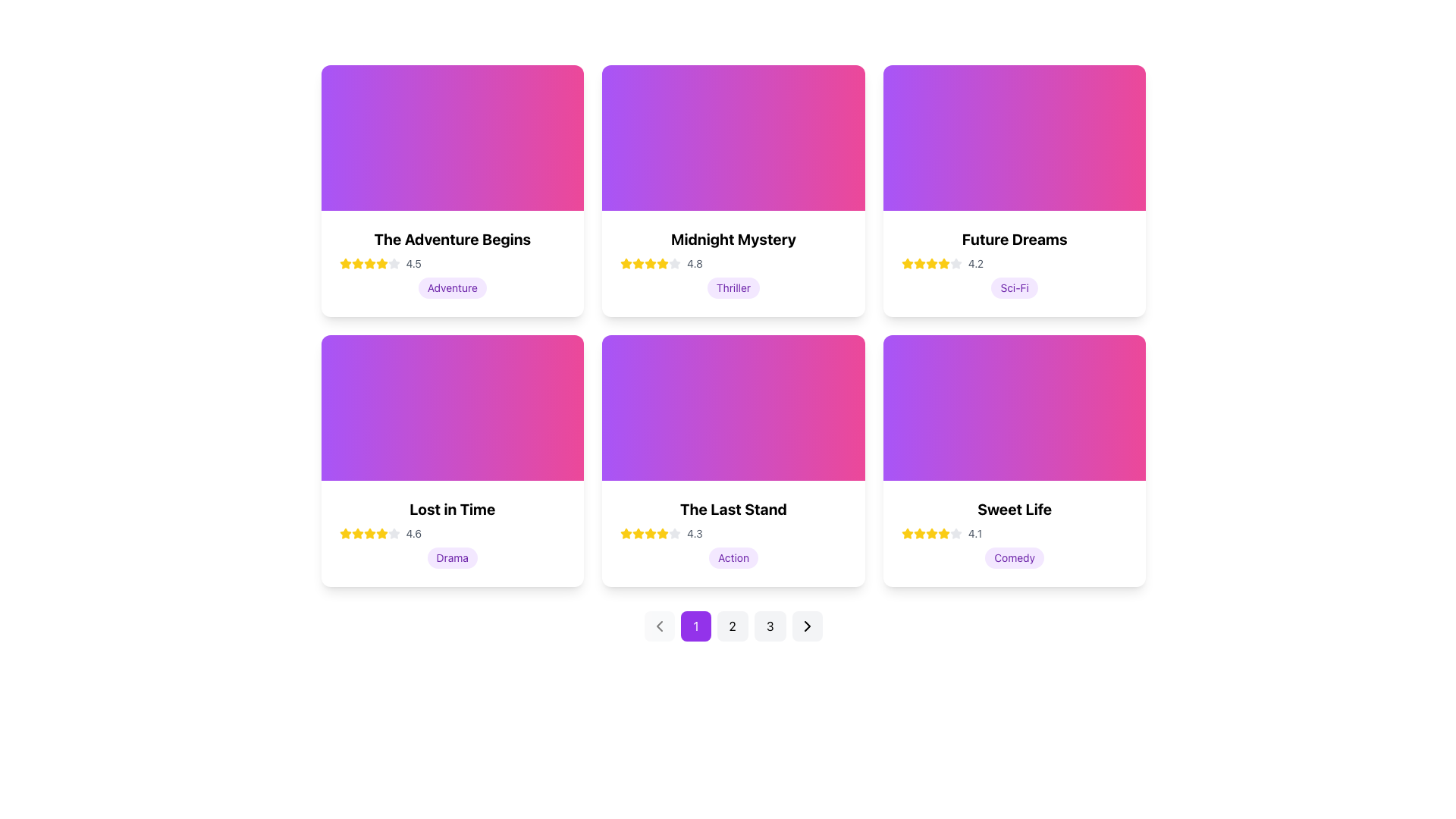  Describe the element at coordinates (930, 532) in the screenshot. I see `the second star icon in the rating indicator for the movie 'Sweet Life', which is part of a group of five stars located in the bottom part of the card` at that location.